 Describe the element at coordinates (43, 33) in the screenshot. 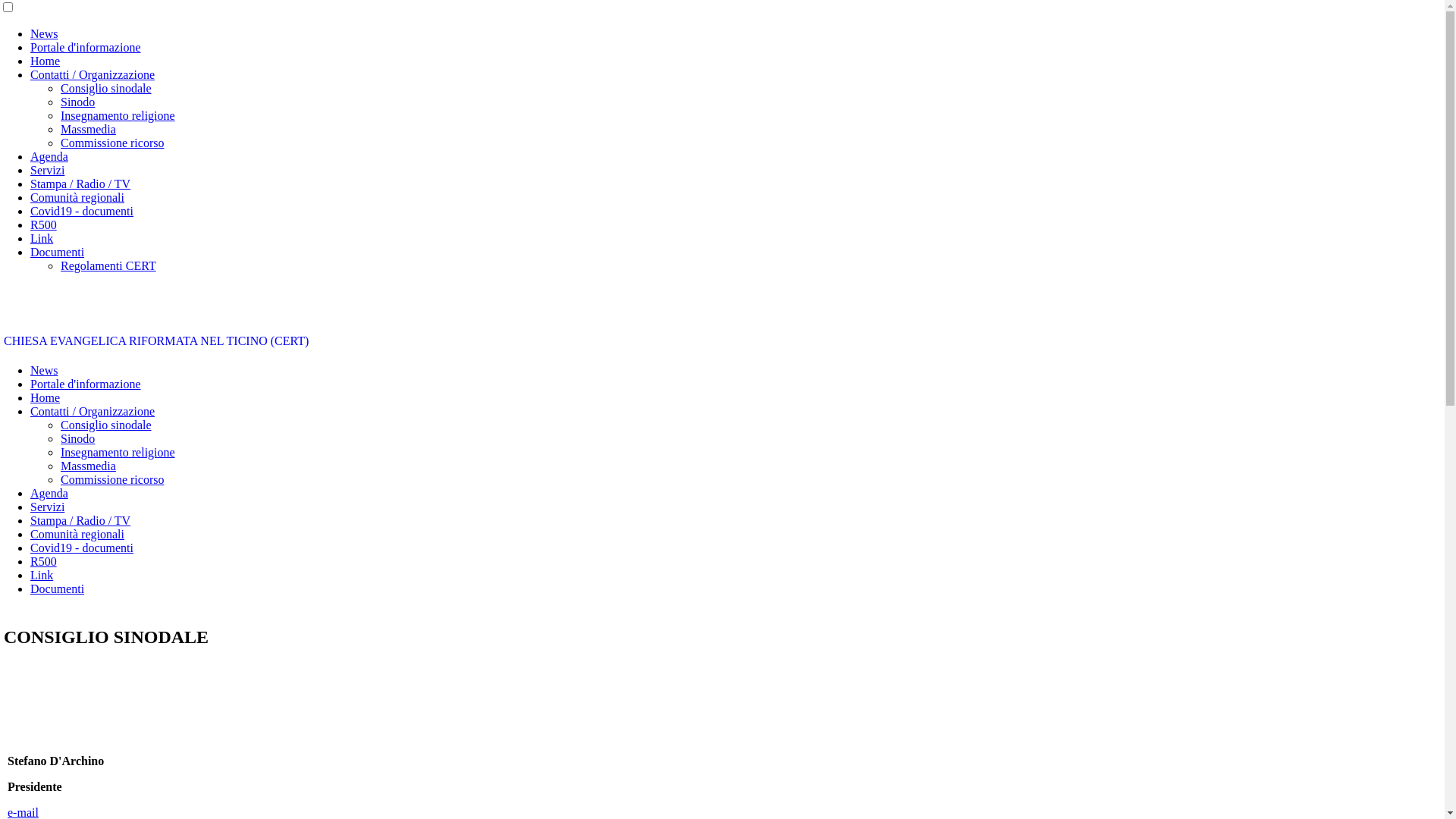

I see `'News'` at that location.